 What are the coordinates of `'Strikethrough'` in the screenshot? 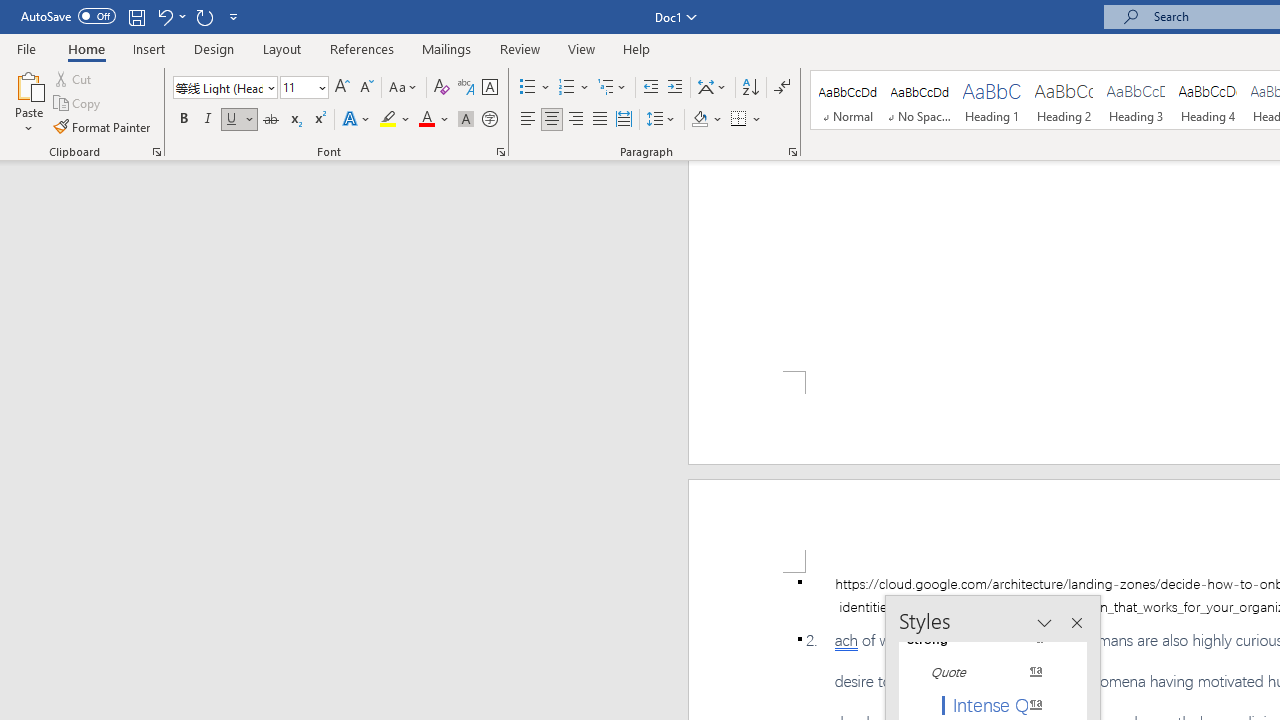 It's located at (269, 119).